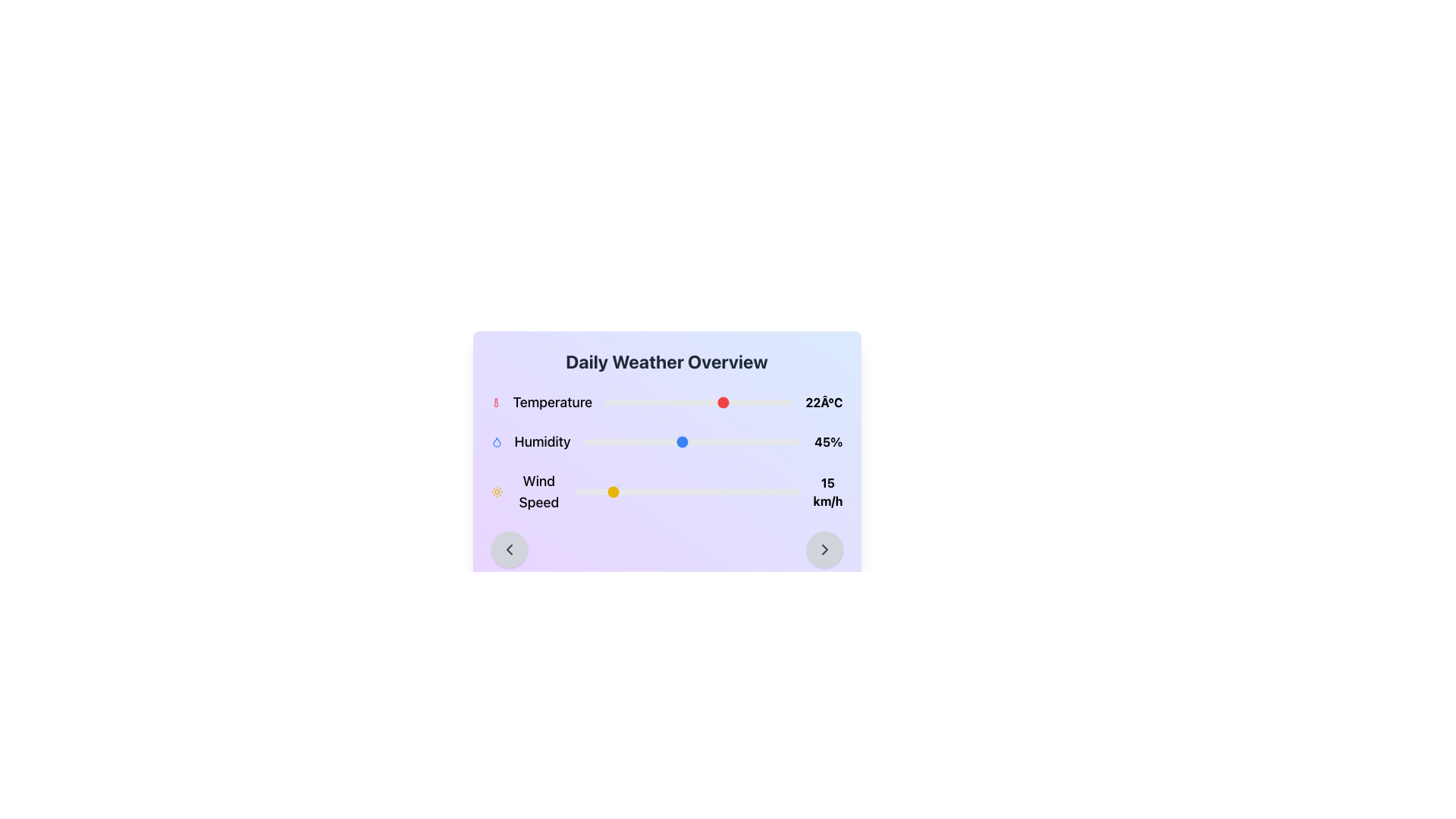 The height and width of the screenshot is (819, 1456). Describe the element at coordinates (739, 441) in the screenshot. I see `humidity` at that location.